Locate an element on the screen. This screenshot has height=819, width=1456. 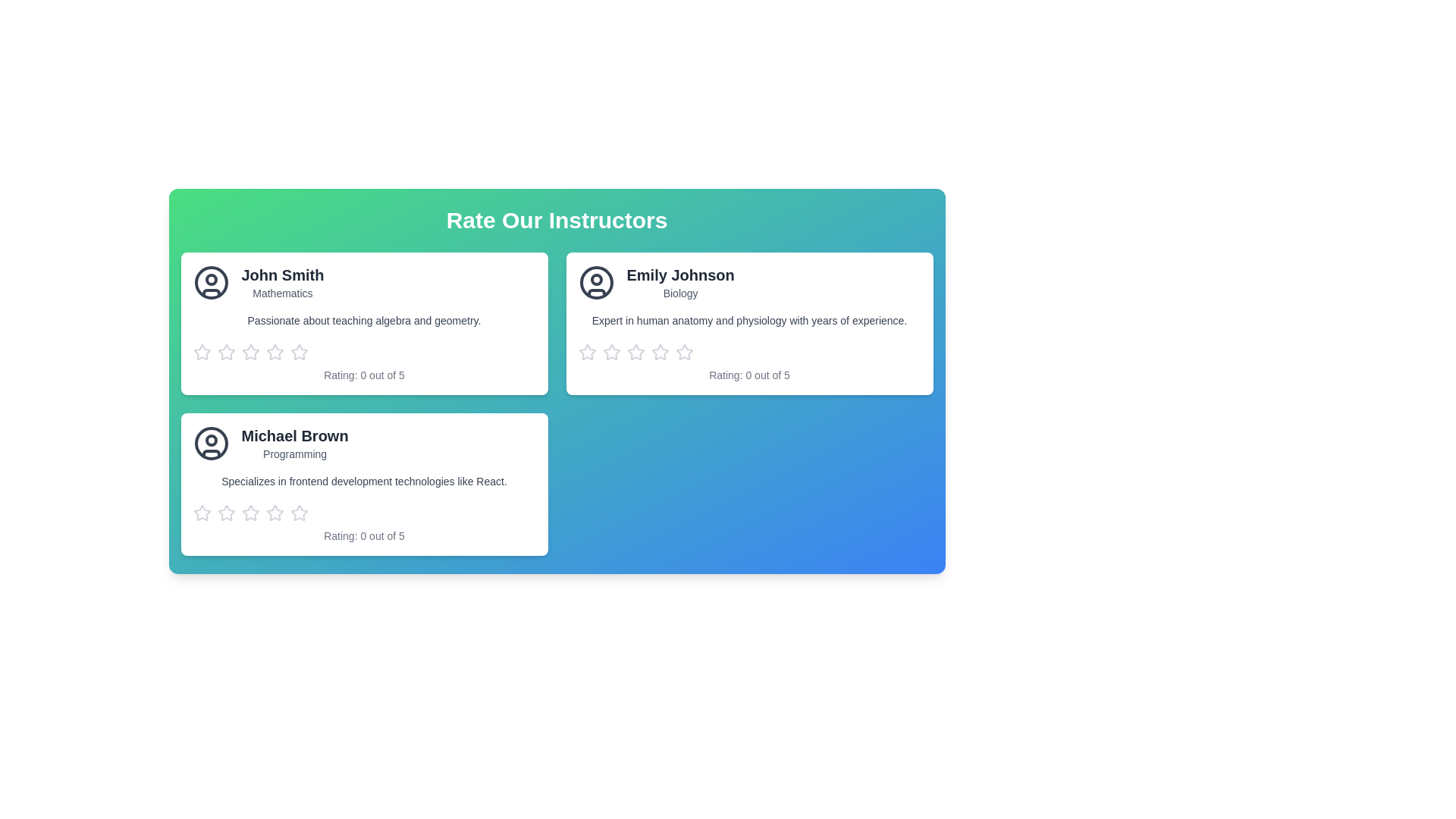
the first hollow star rating icon for keyboard interaction in the rating panel for 'Emily Johnson' is located at coordinates (586, 353).